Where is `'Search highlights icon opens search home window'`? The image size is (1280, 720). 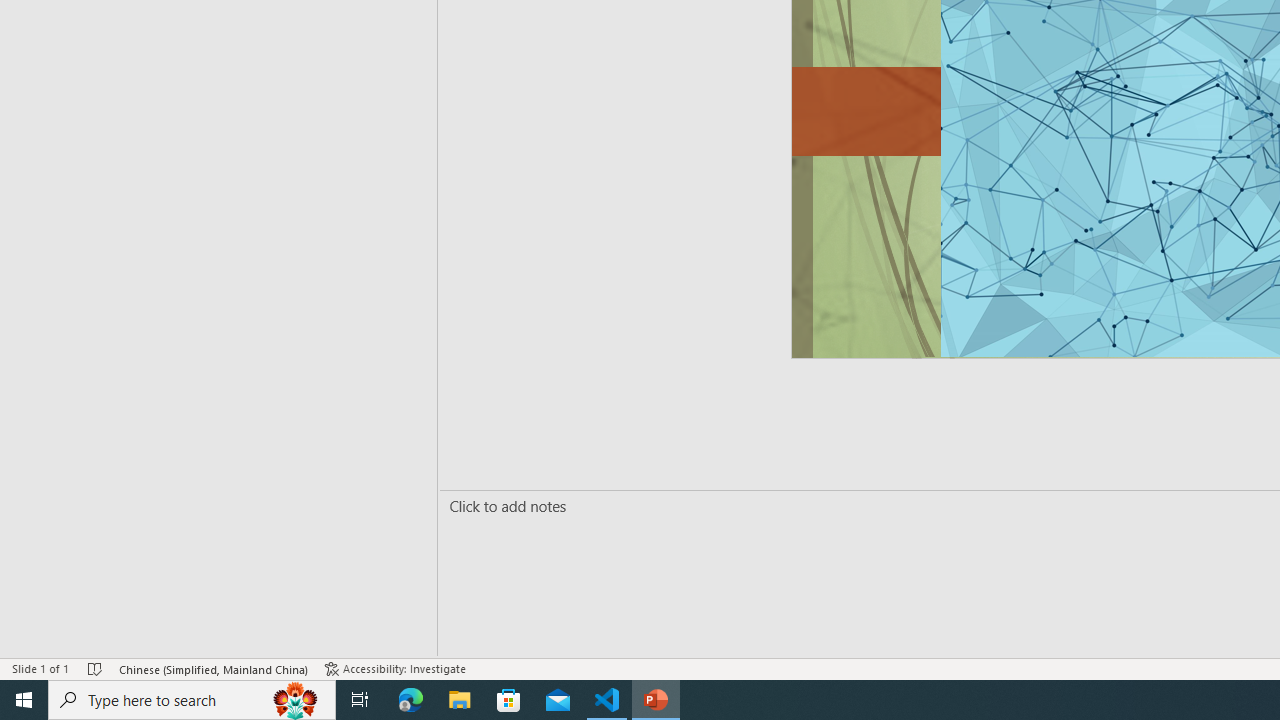
'Search highlights icon opens search home window' is located at coordinates (294, 698).